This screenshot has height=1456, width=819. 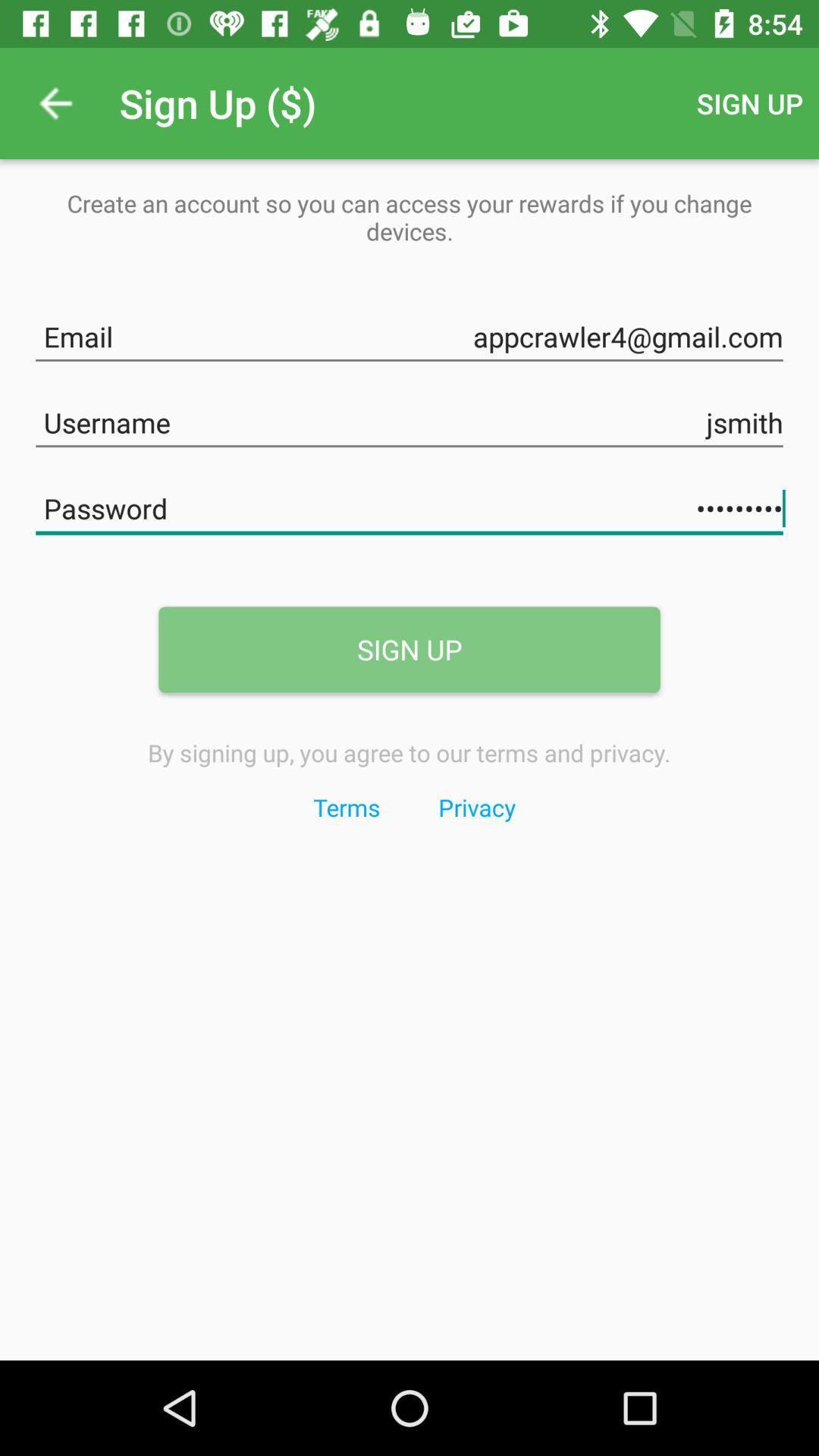 I want to click on jsmith, so click(x=409, y=419).